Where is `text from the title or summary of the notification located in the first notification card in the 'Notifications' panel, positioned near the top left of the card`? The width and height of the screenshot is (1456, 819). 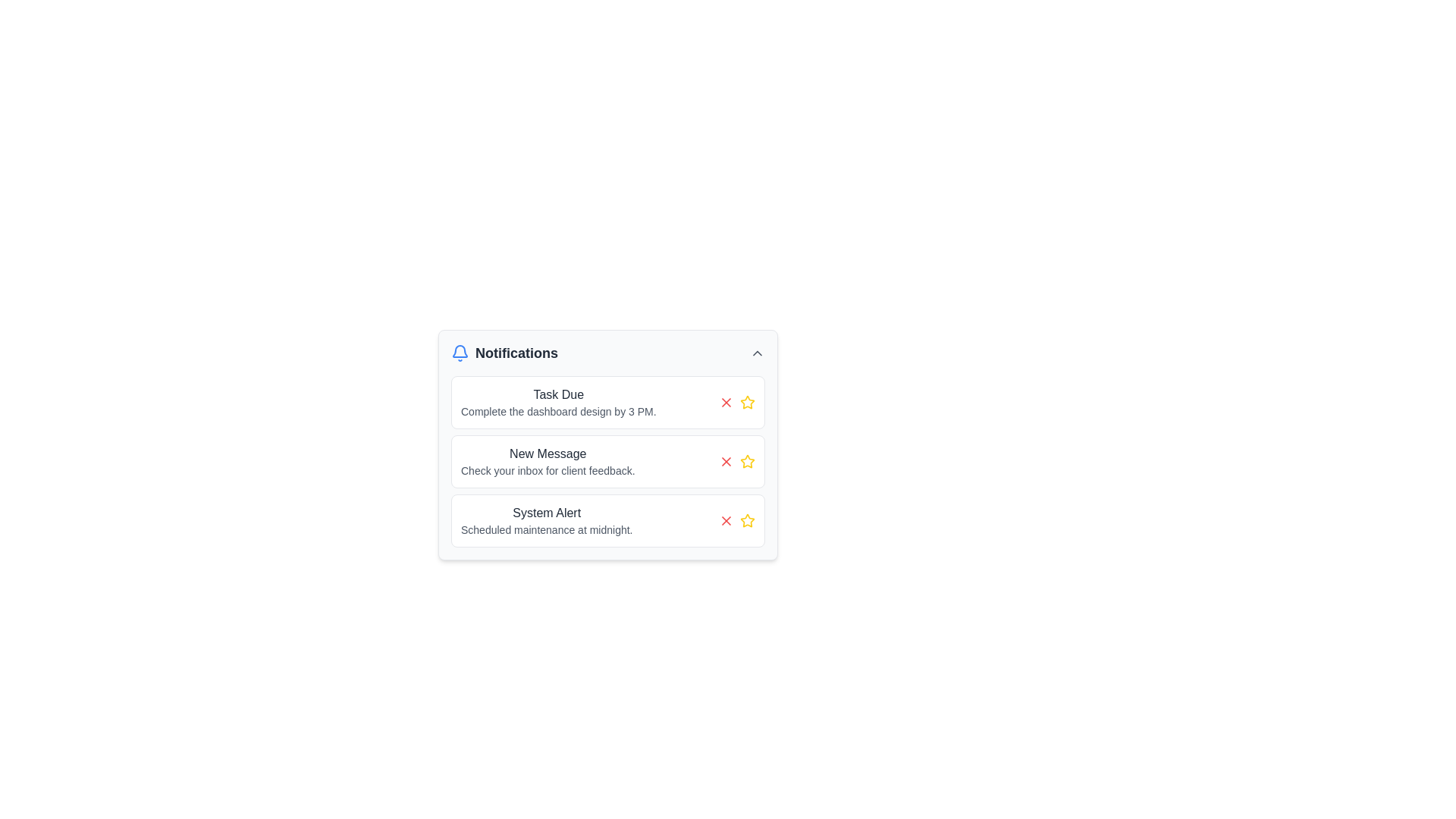
text from the title or summary of the notification located in the first notification card in the 'Notifications' panel, positioned near the top left of the card is located at coordinates (557, 394).